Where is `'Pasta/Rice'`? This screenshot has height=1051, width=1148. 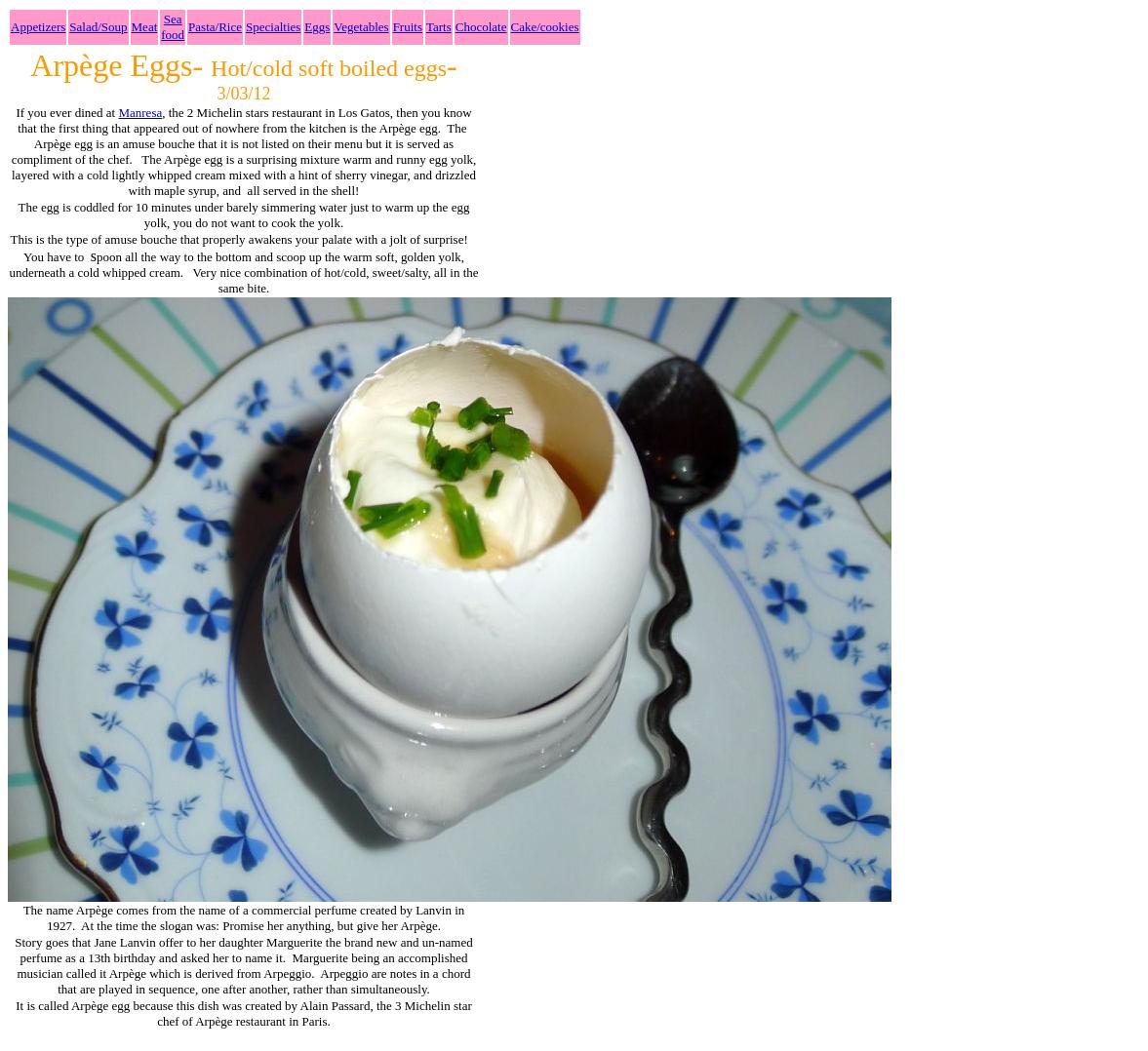 'Pasta/Rice' is located at coordinates (214, 25).